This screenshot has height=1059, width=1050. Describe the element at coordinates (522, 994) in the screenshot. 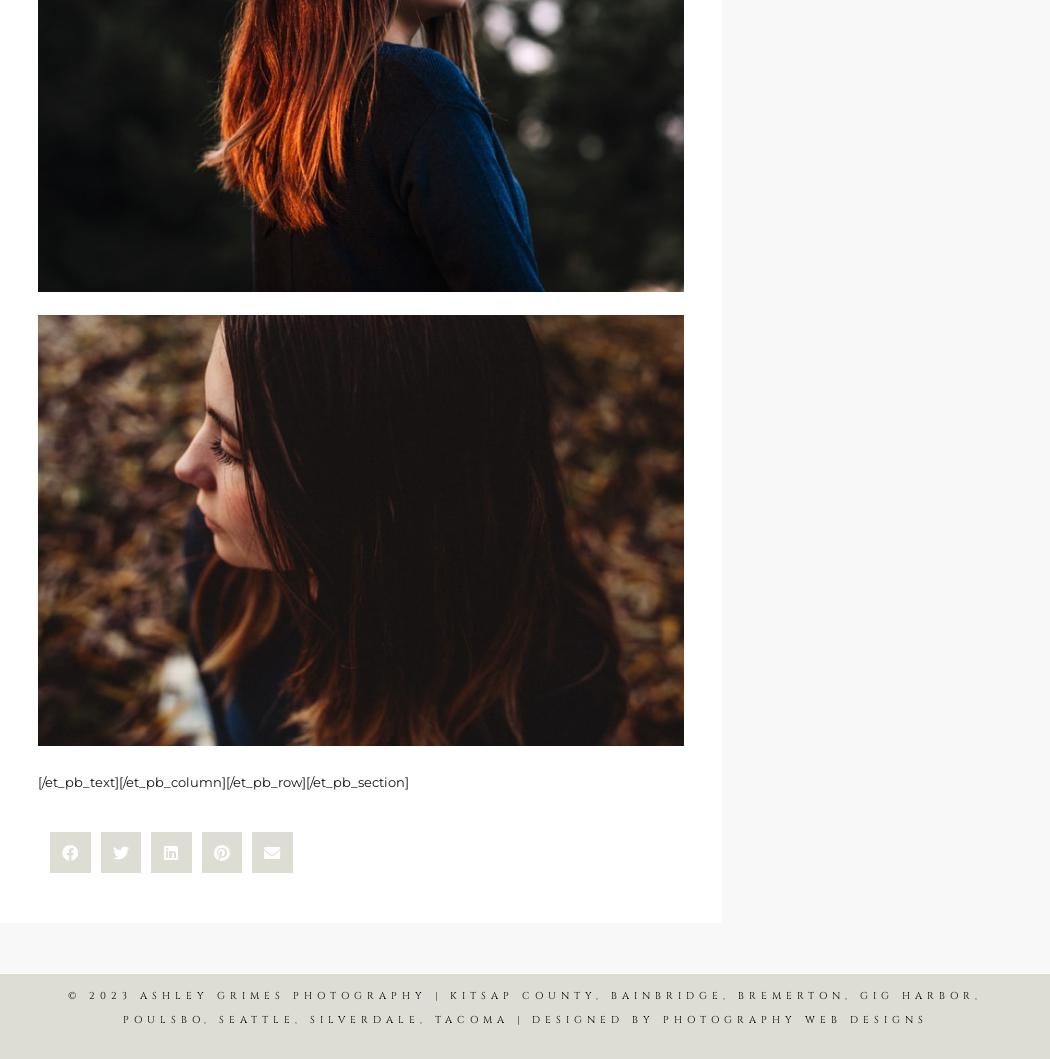

I see `'KITSAP COUNTY'` at that location.